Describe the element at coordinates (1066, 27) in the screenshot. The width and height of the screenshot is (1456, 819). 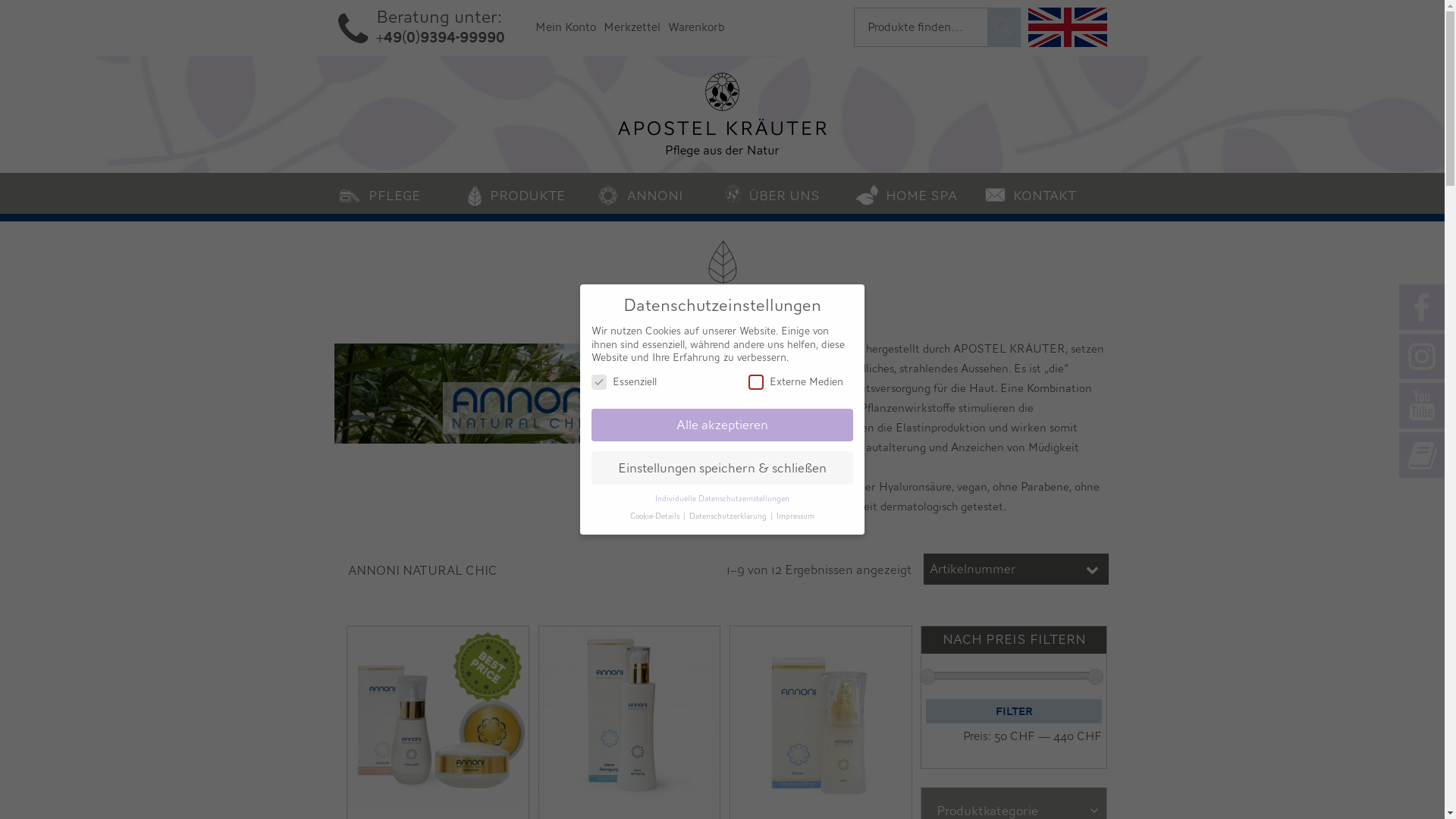
I see `'English site informations'` at that location.